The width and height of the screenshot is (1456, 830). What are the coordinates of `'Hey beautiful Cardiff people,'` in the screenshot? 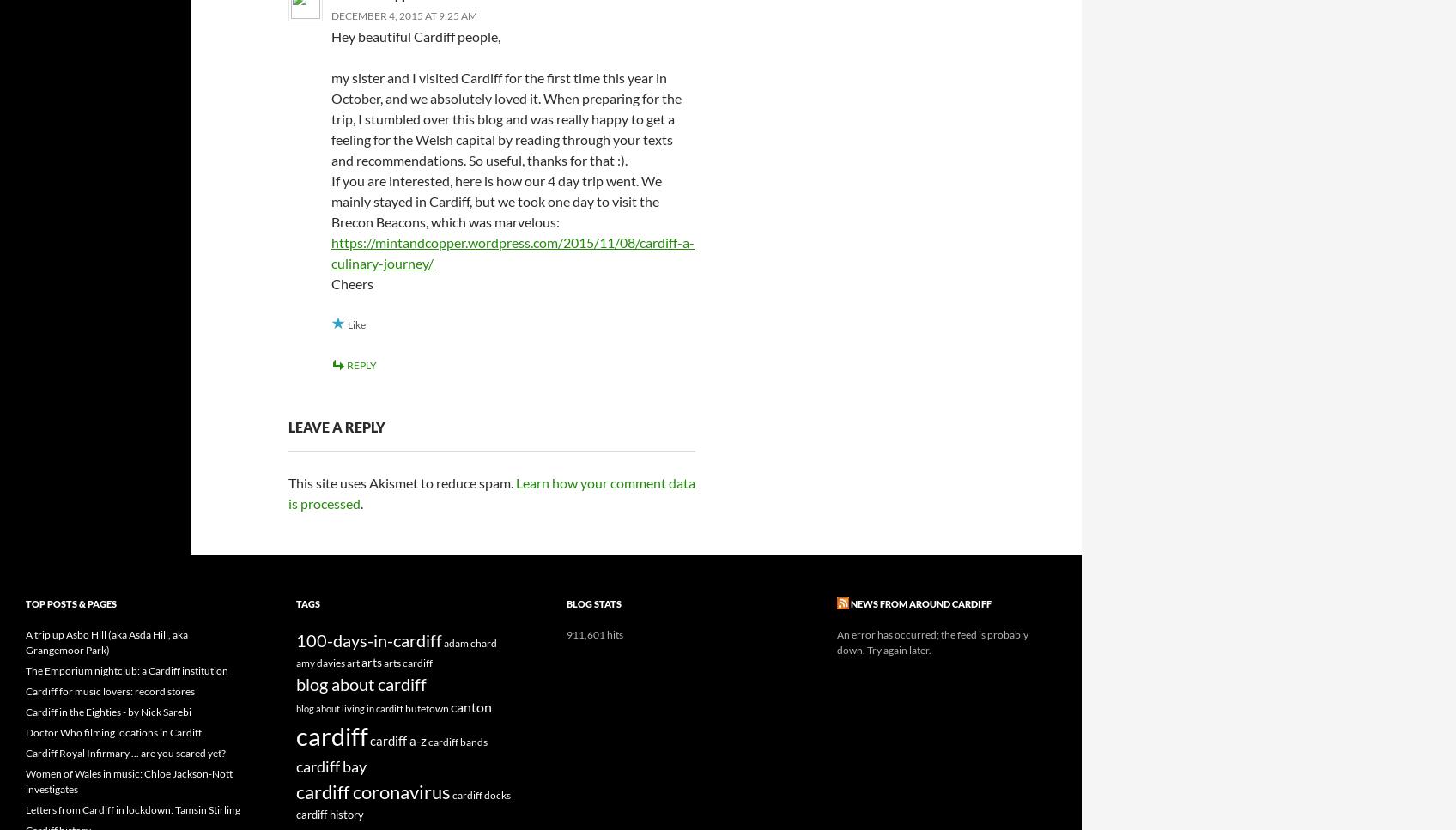 It's located at (416, 35).